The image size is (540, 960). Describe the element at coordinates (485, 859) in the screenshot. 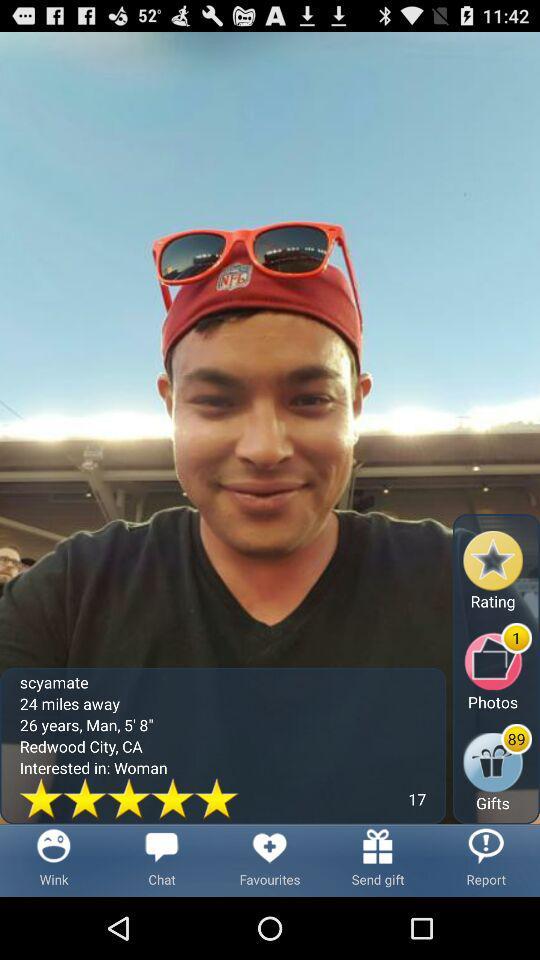

I see `report` at that location.